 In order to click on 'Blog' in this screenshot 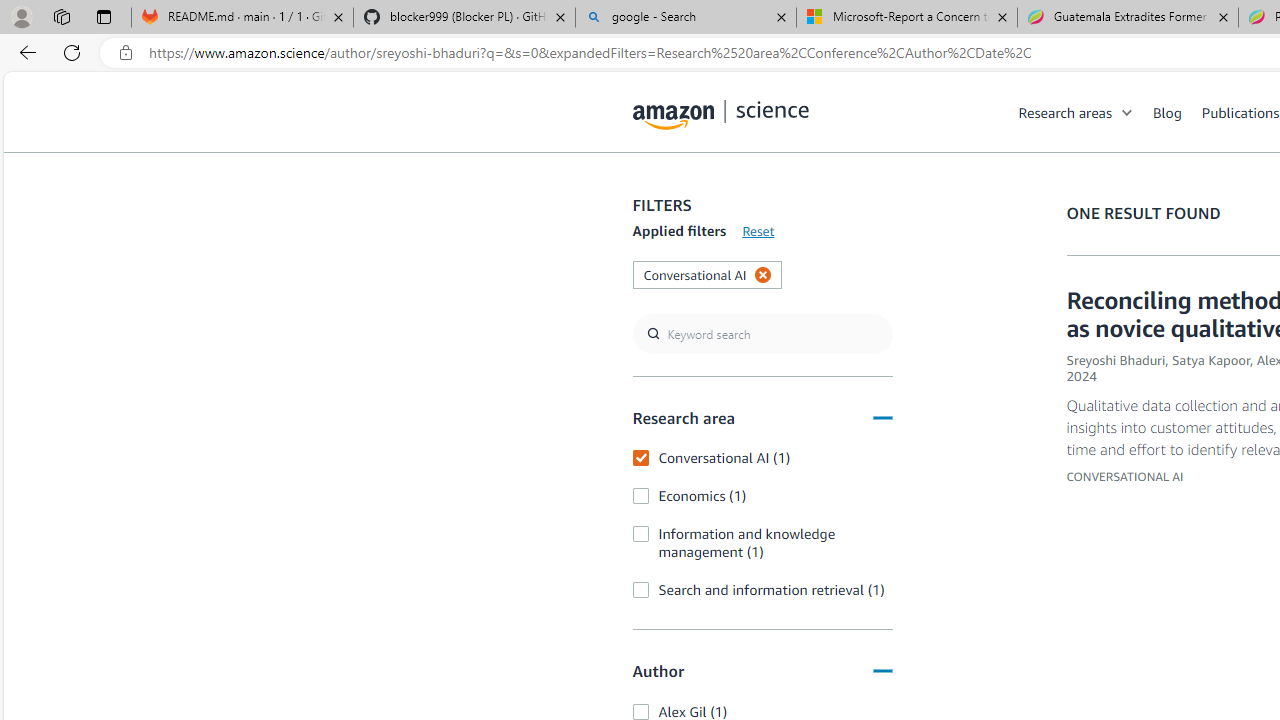, I will do `click(1167, 111)`.